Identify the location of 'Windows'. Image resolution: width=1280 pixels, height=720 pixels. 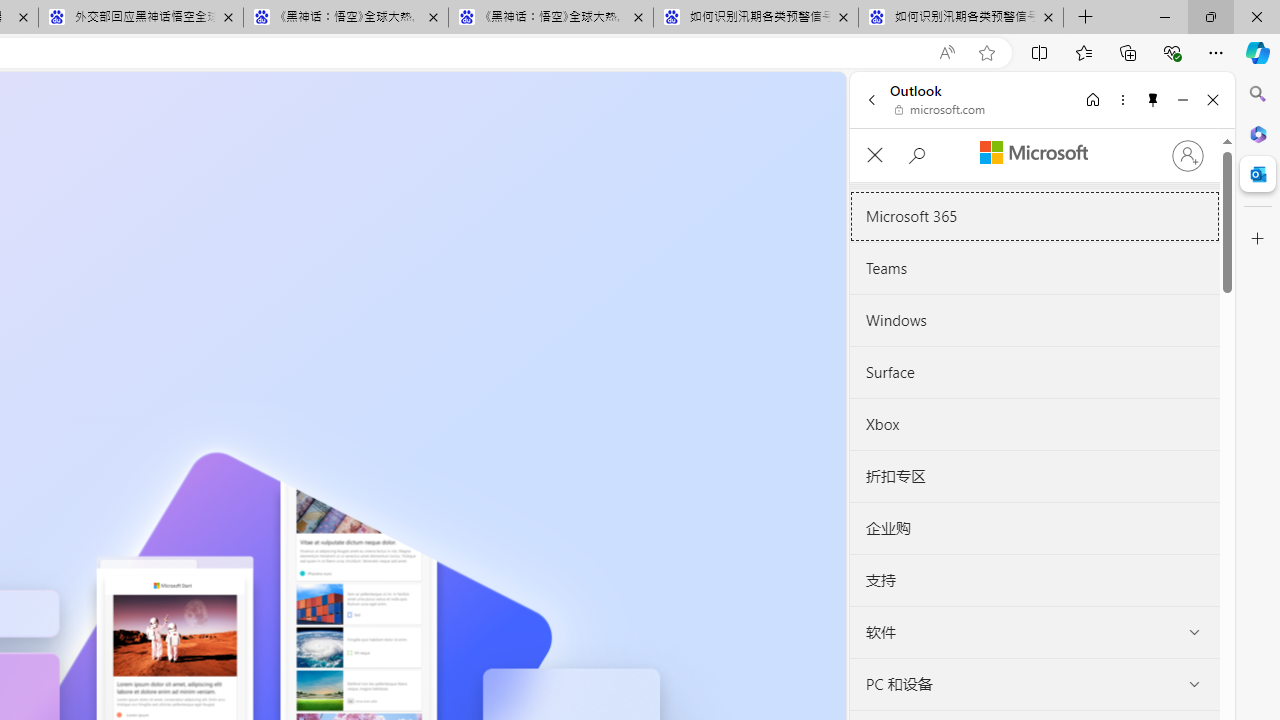
(1034, 319).